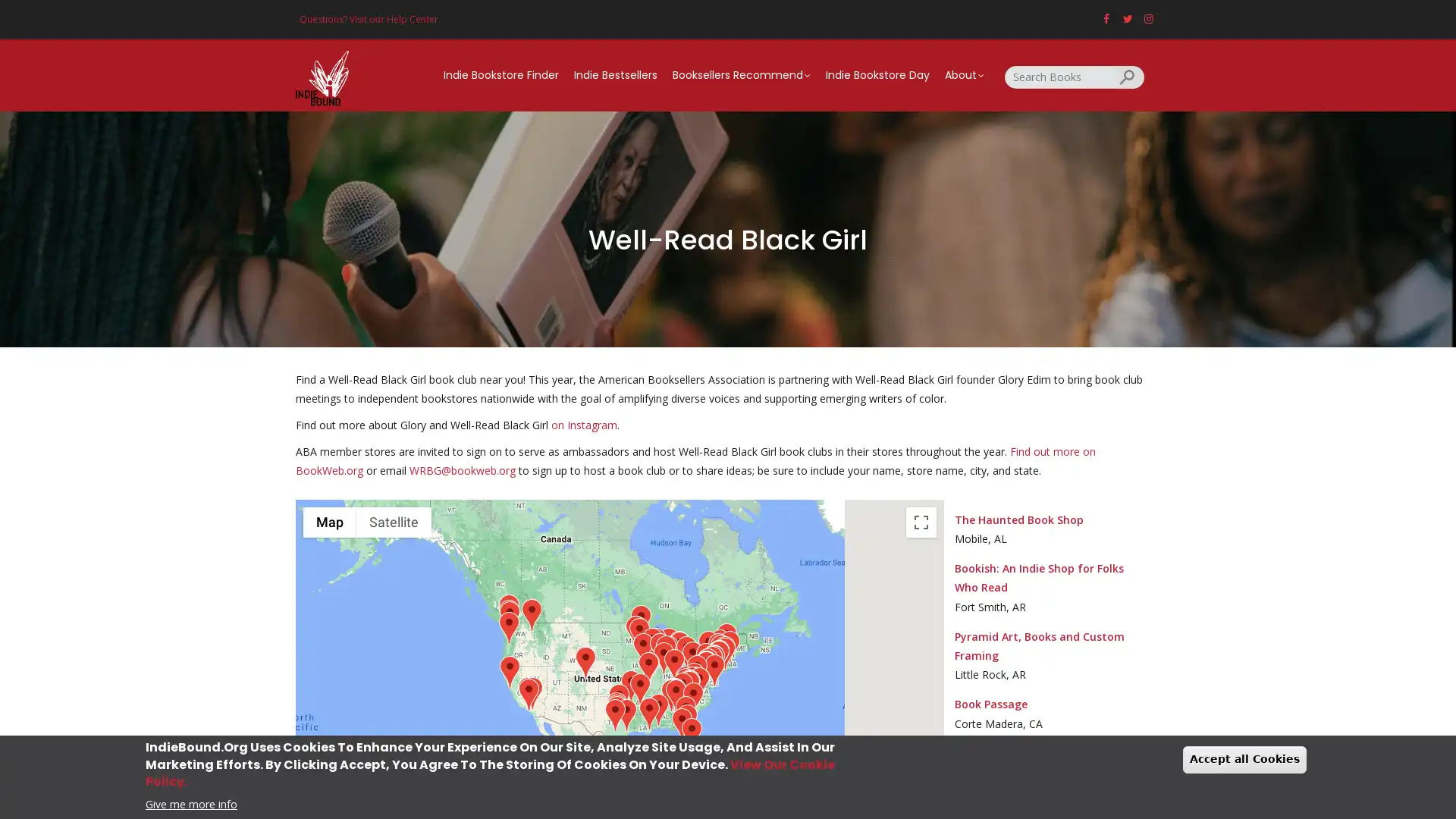 The image size is (1456, 819). What do you see at coordinates (639, 633) in the screenshot?
I see `Fair Trade Books` at bounding box center [639, 633].